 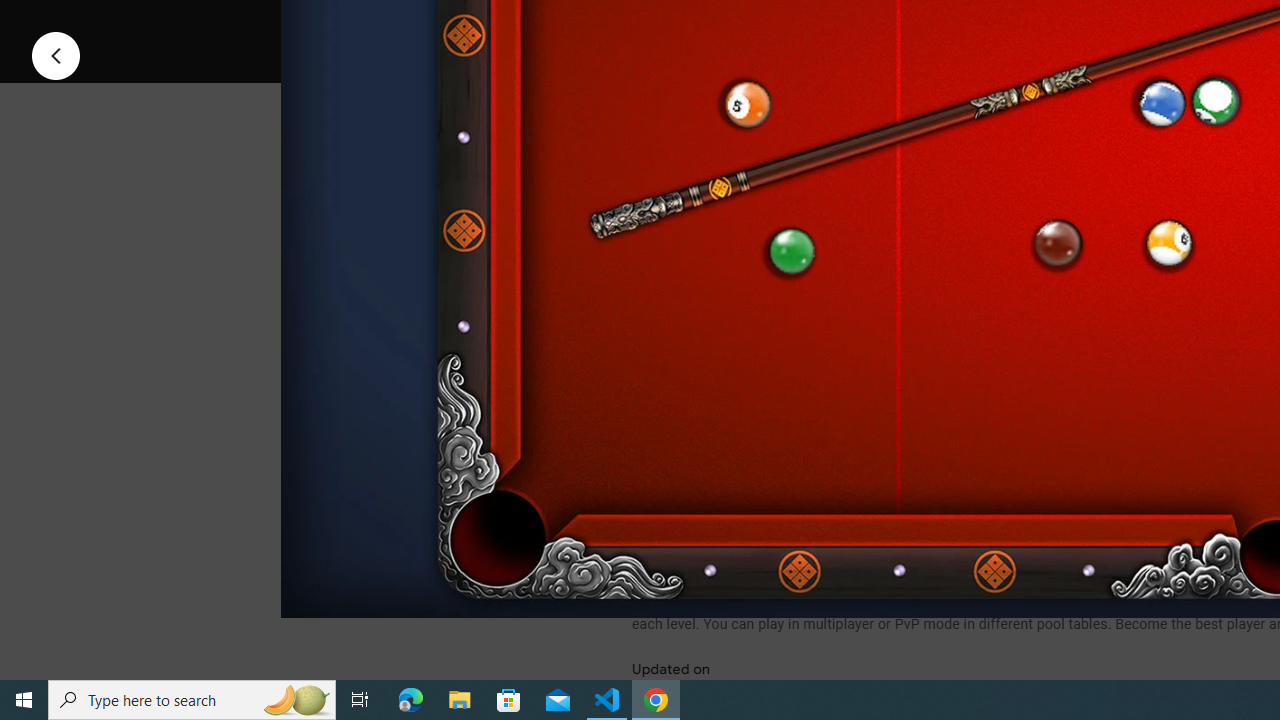 What do you see at coordinates (889, 24) in the screenshot?
I see `'Share'` at bounding box center [889, 24].